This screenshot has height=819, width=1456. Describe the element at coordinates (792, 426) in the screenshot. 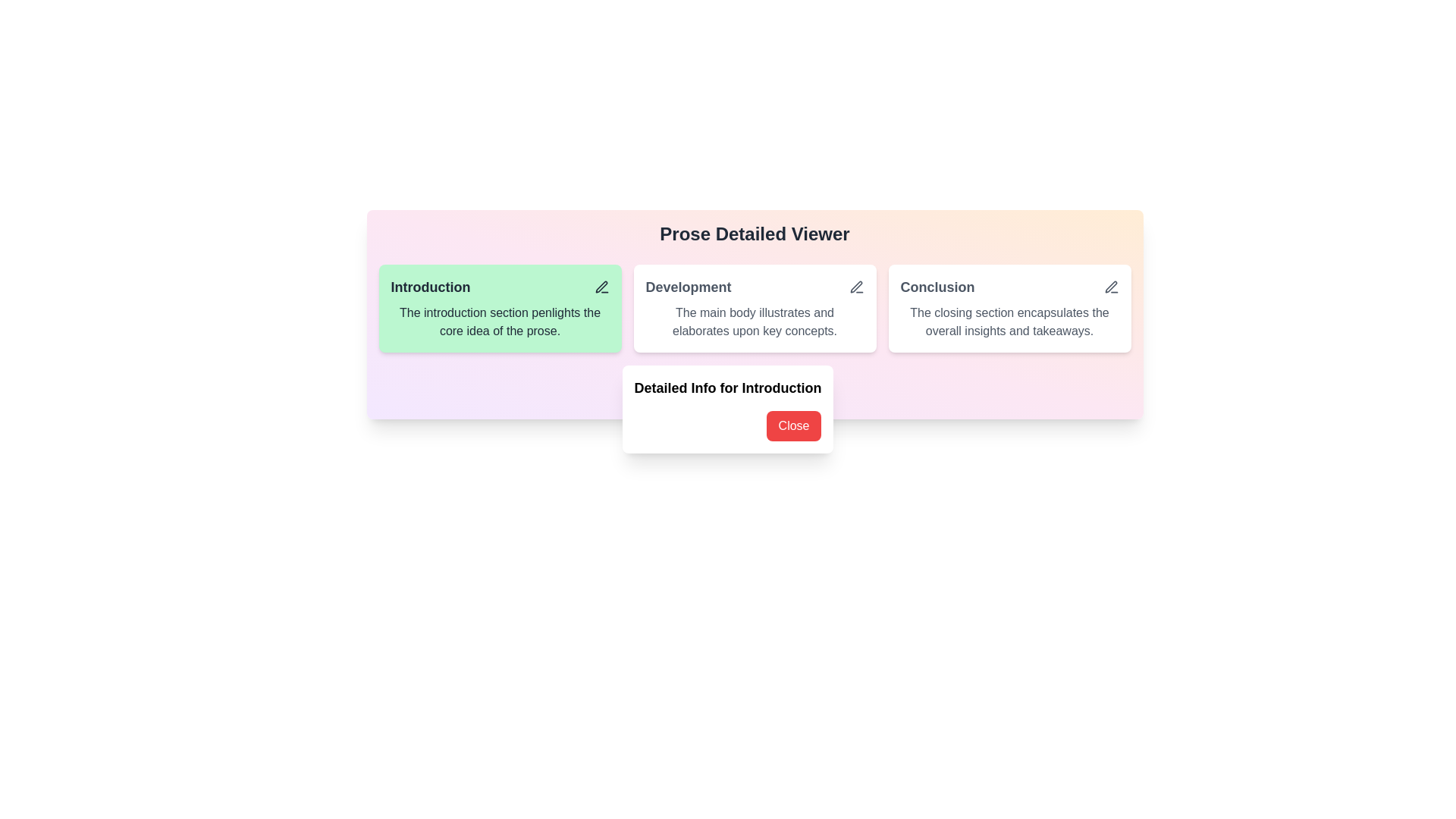

I see `the 'Close' button, which is a rectangular button with a red background and white text, located at the bottom-right corner of a white pop-up box displaying 'Detailed Info for Introduction'` at that location.